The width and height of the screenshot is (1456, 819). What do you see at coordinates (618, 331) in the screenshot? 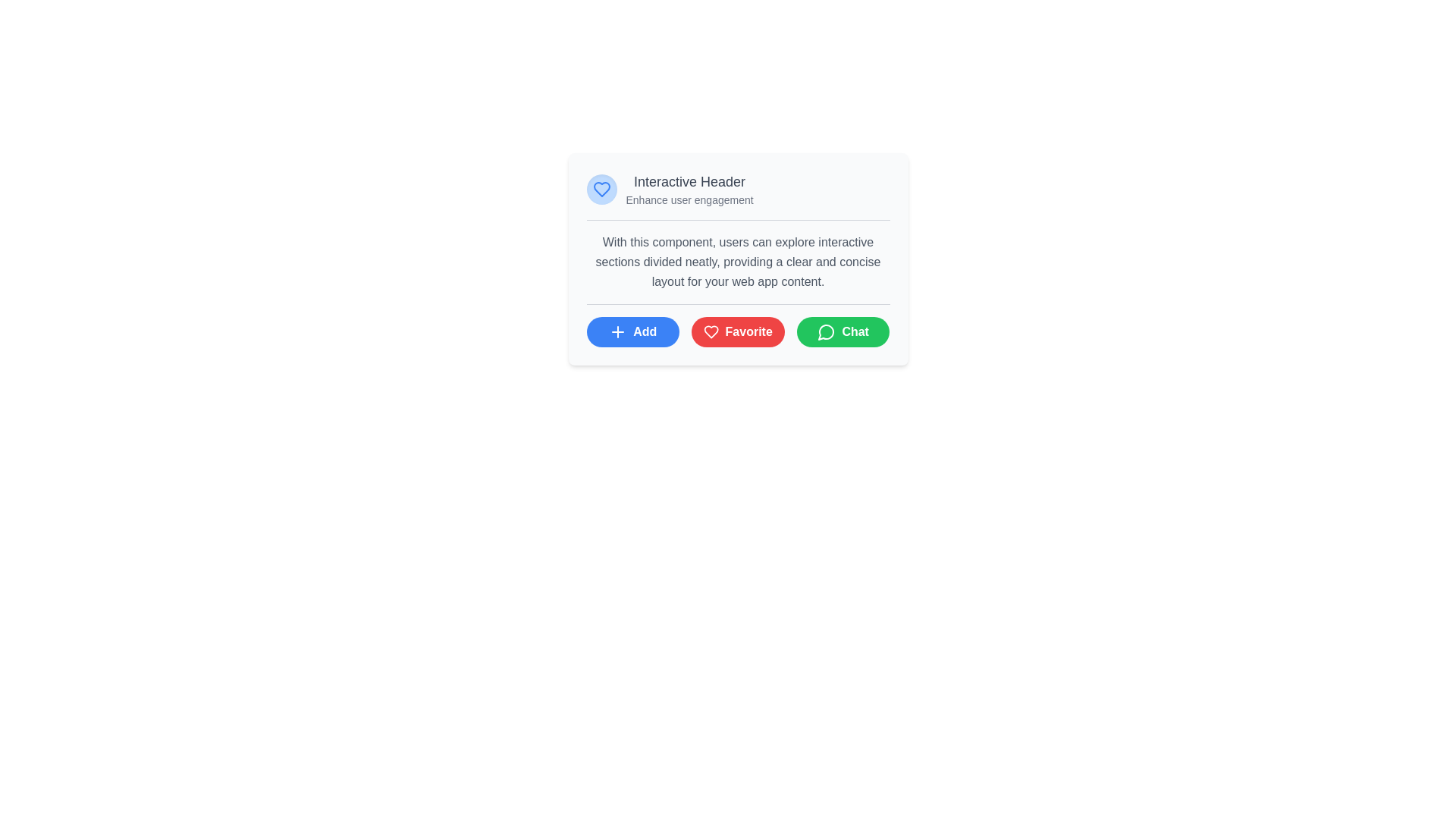
I see `the decorative icon located inside the blue 'Add' button, positioned to the left of the text 'Add' in the interface` at bounding box center [618, 331].